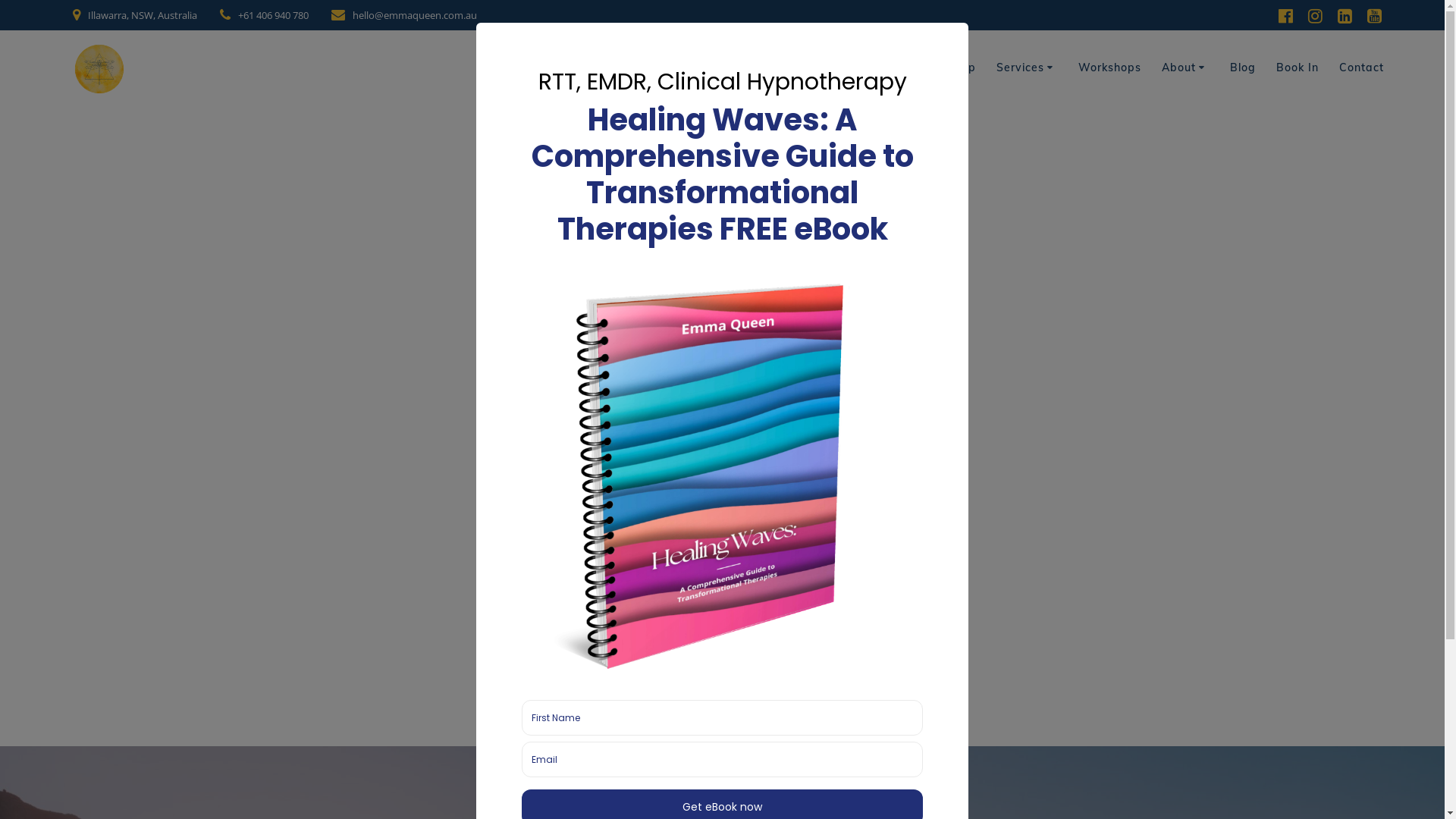  I want to click on 'Workshops', so click(1109, 68).